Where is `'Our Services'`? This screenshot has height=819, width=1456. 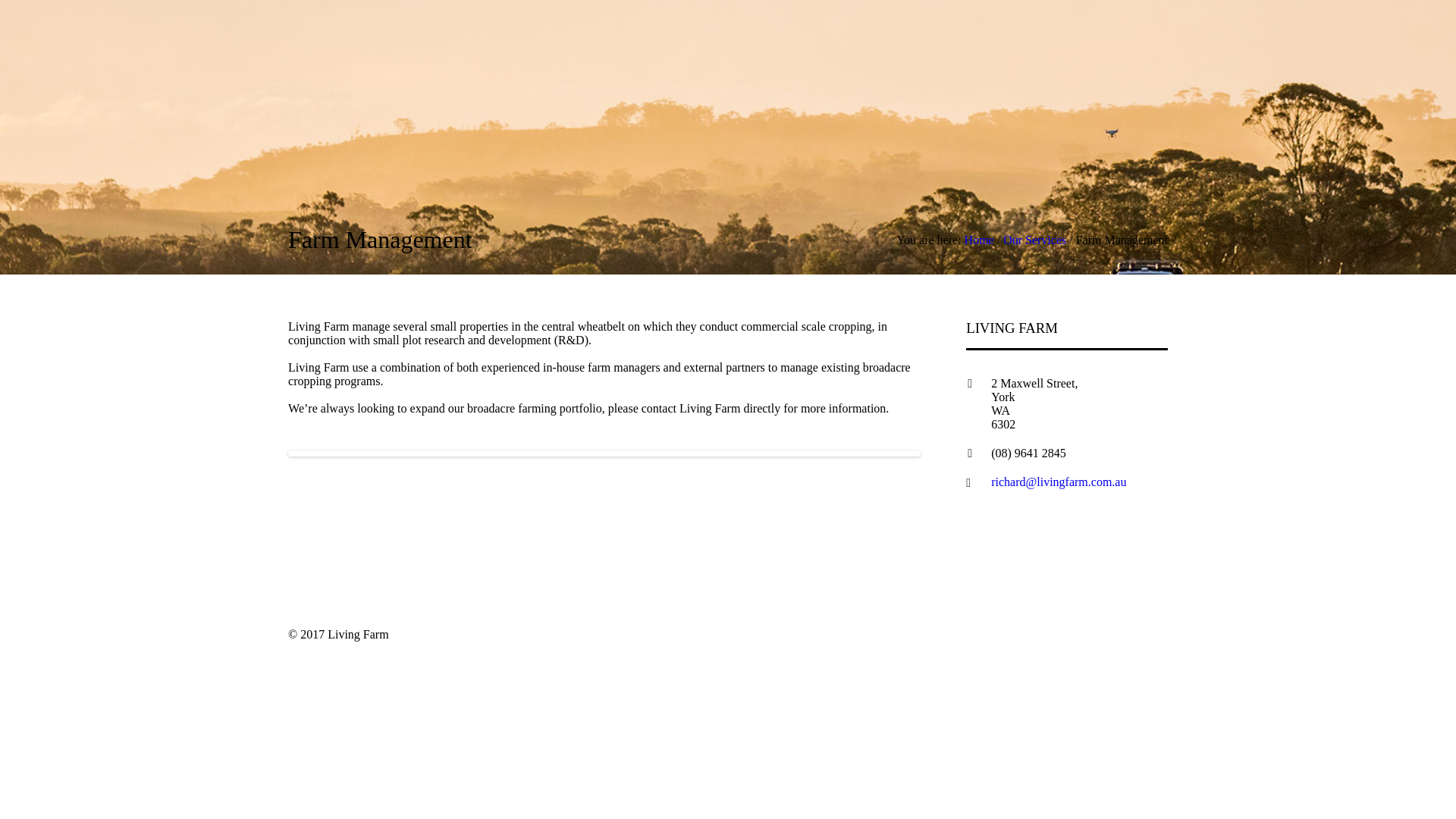
'Our Services' is located at coordinates (1034, 239).